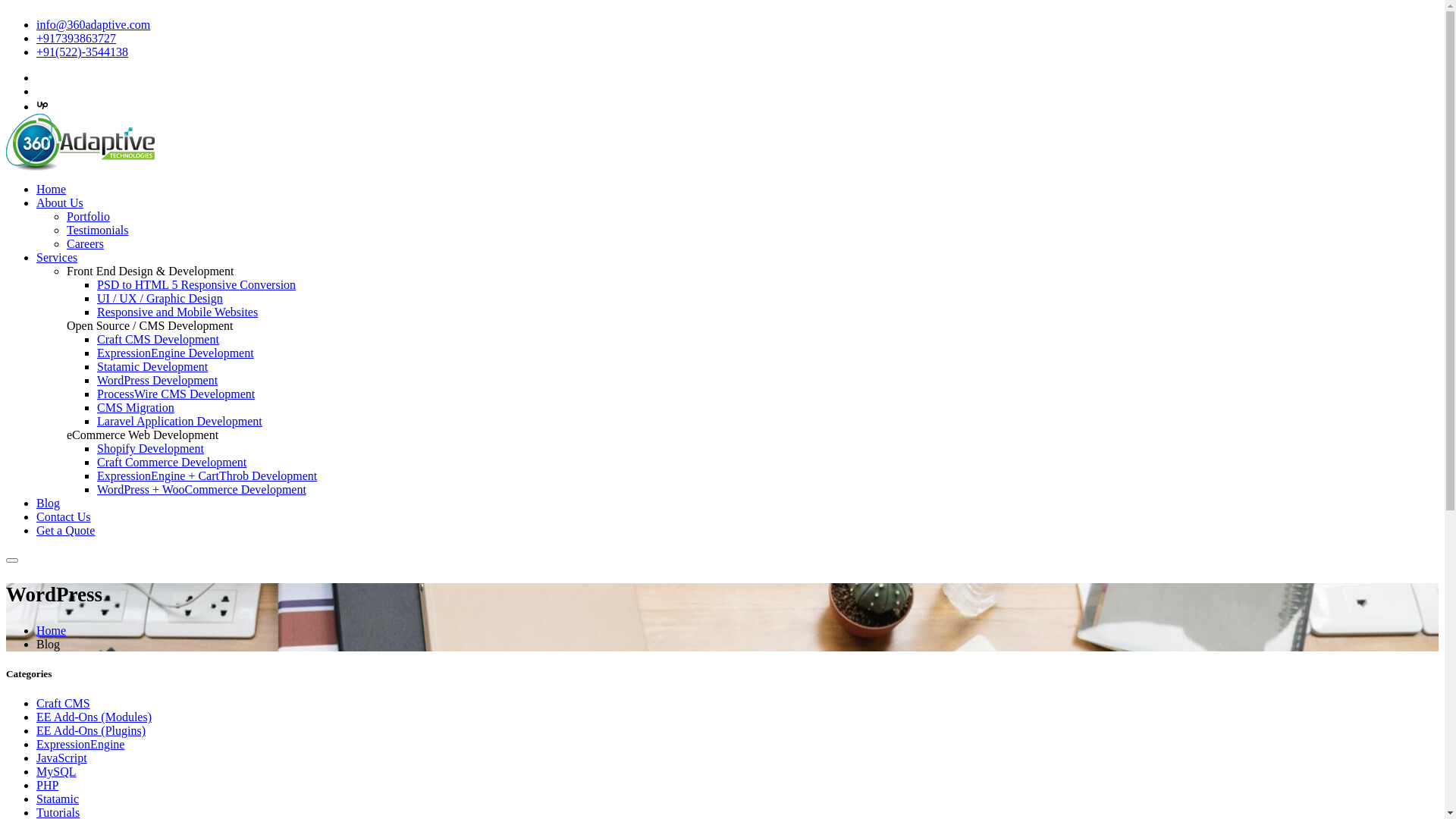  What do you see at coordinates (62, 516) in the screenshot?
I see `'Contact Us'` at bounding box center [62, 516].